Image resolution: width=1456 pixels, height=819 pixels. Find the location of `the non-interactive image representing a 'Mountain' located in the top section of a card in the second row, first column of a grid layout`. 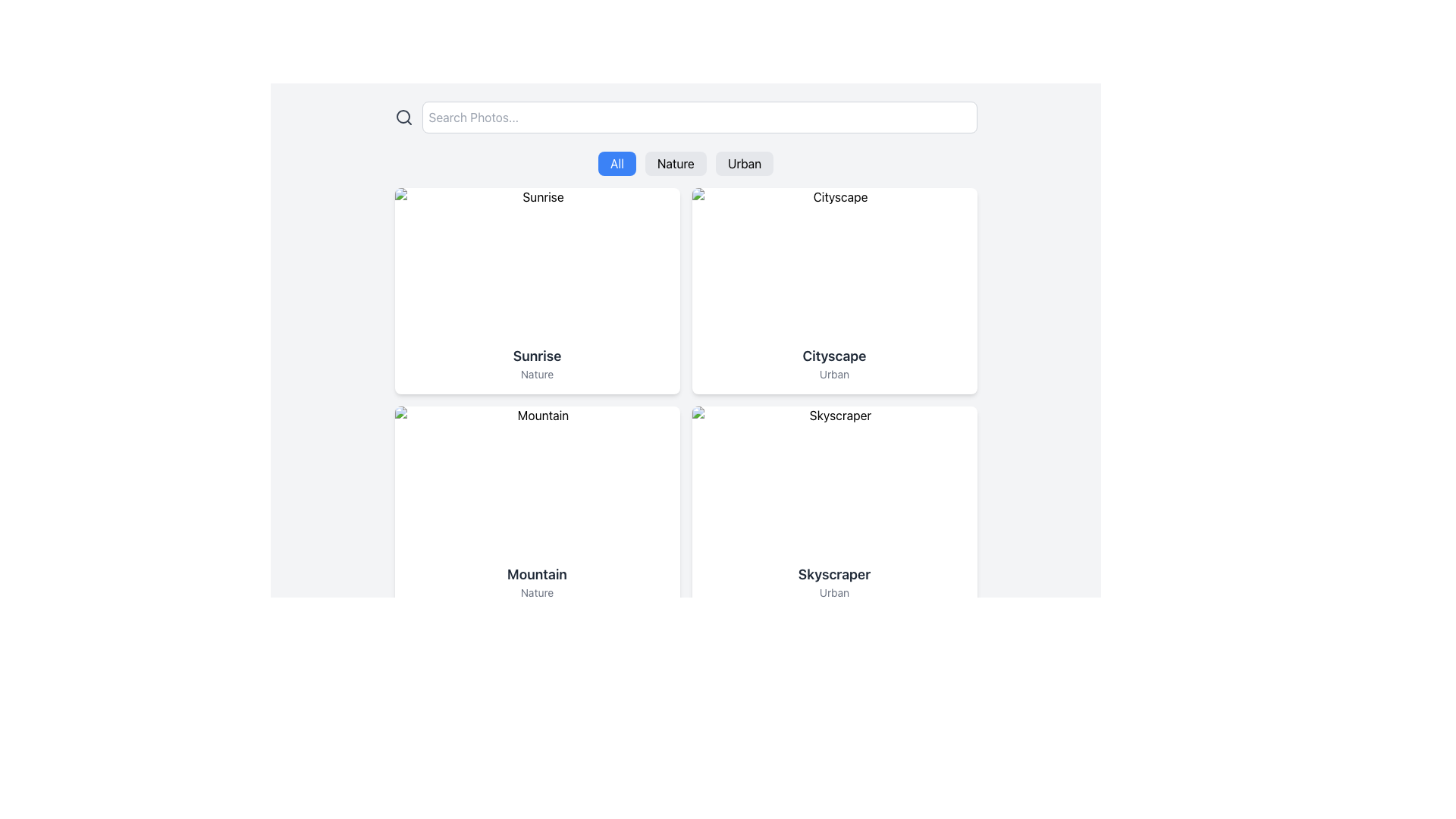

the non-interactive image representing a 'Mountain' located in the top section of a card in the second row, first column of a grid layout is located at coordinates (537, 479).